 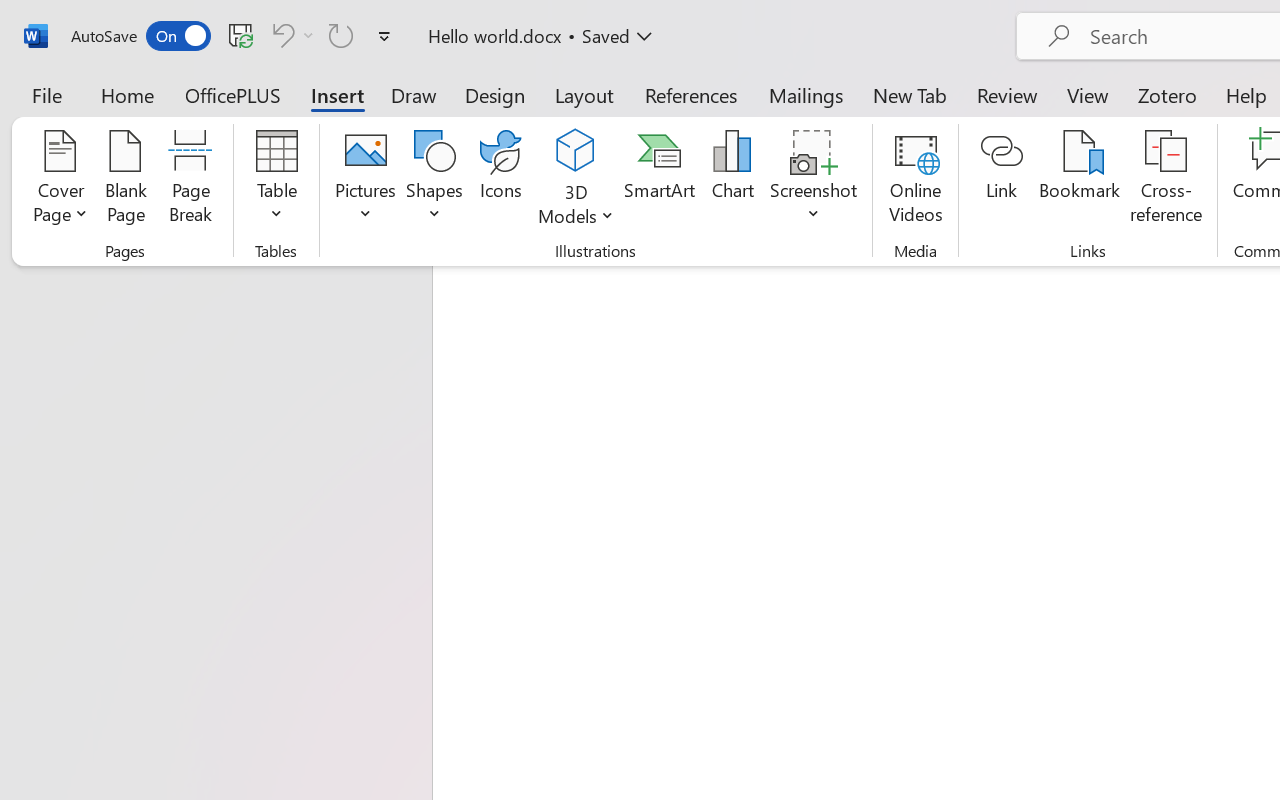 What do you see at coordinates (127, 94) in the screenshot?
I see `'Home'` at bounding box center [127, 94].